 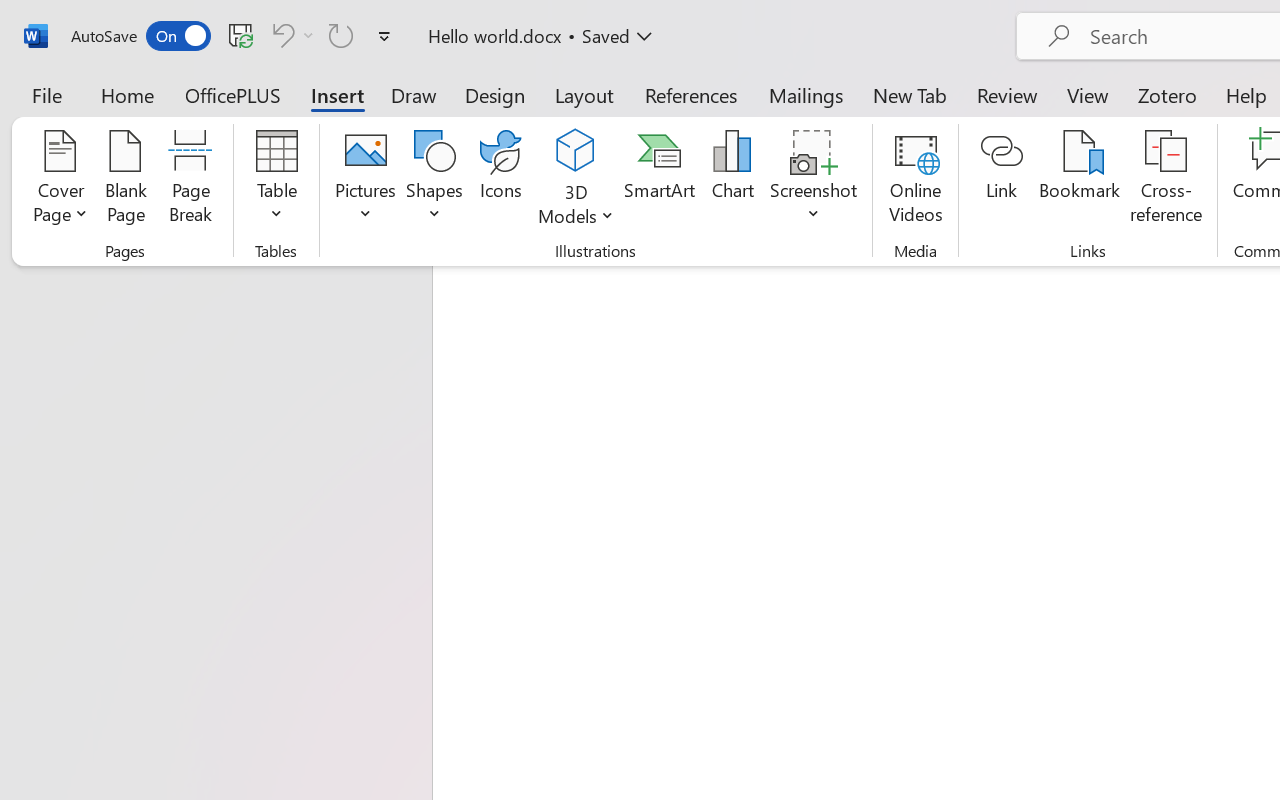 What do you see at coordinates (127, 94) in the screenshot?
I see `'Home'` at bounding box center [127, 94].